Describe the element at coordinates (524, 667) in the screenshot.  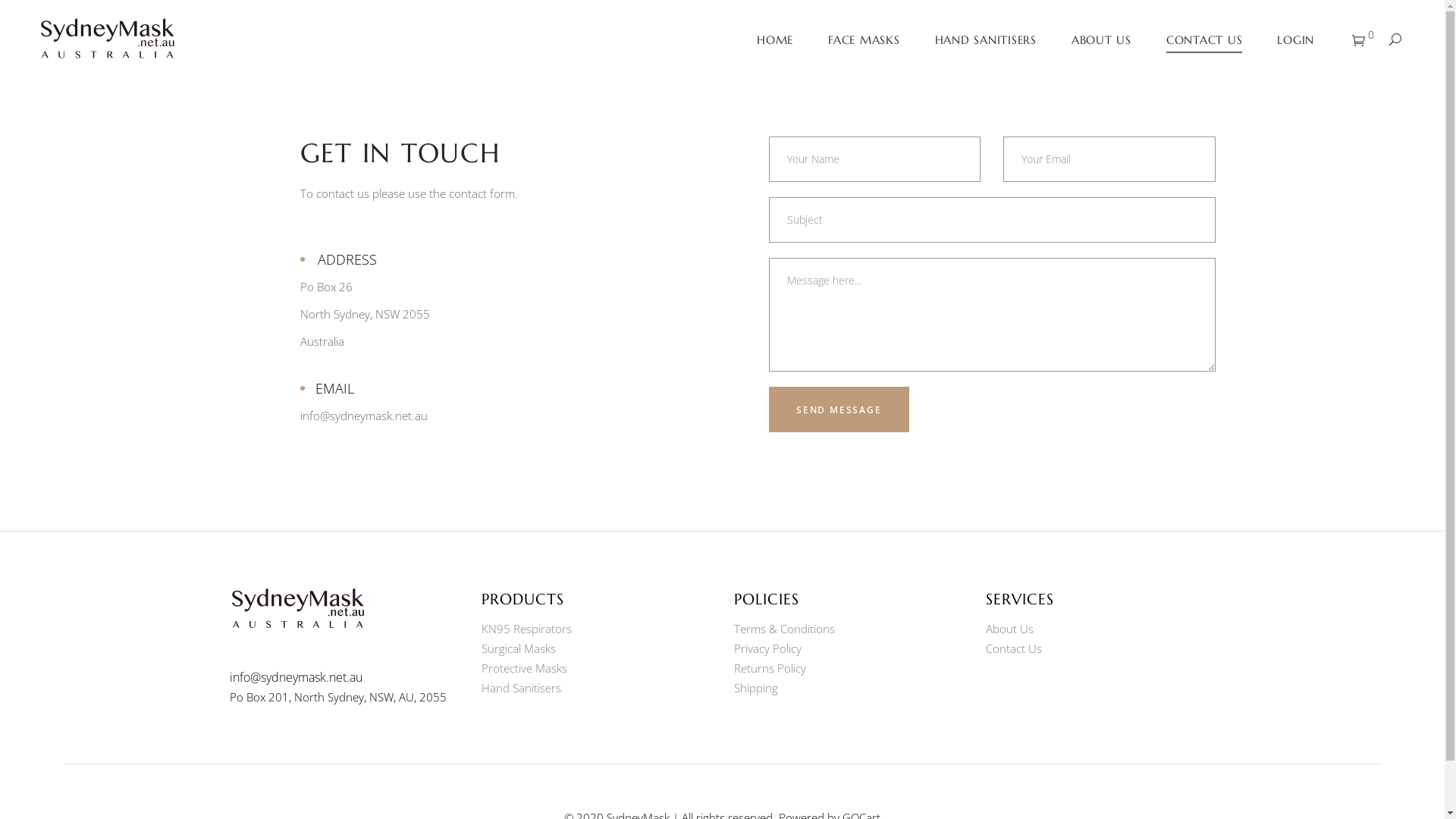
I see `'Protective Masks'` at that location.